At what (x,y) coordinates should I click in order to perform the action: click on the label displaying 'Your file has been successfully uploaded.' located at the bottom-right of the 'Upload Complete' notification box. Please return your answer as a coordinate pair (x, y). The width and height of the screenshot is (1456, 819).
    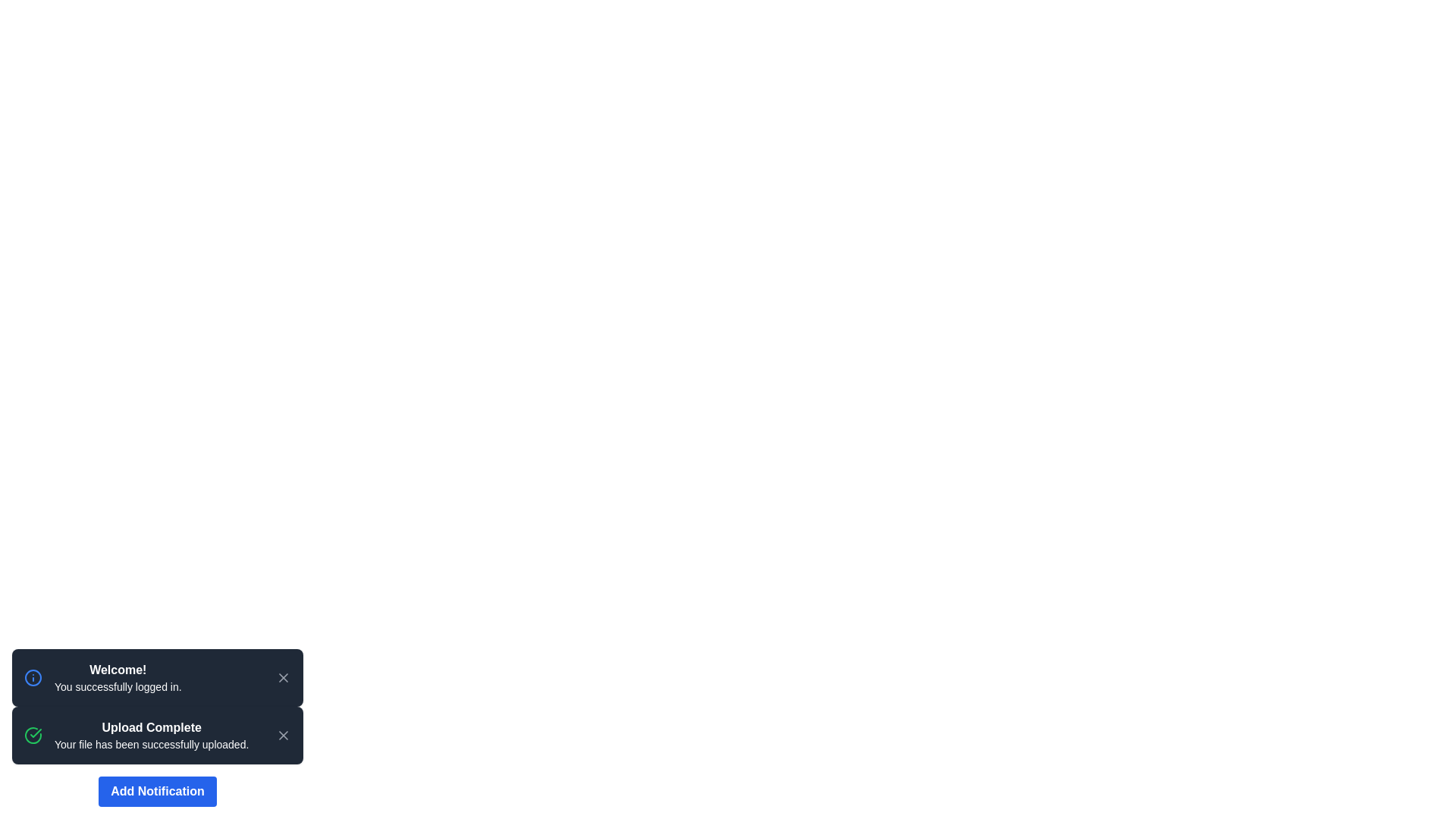
    Looking at the image, I should click on (152, 744).